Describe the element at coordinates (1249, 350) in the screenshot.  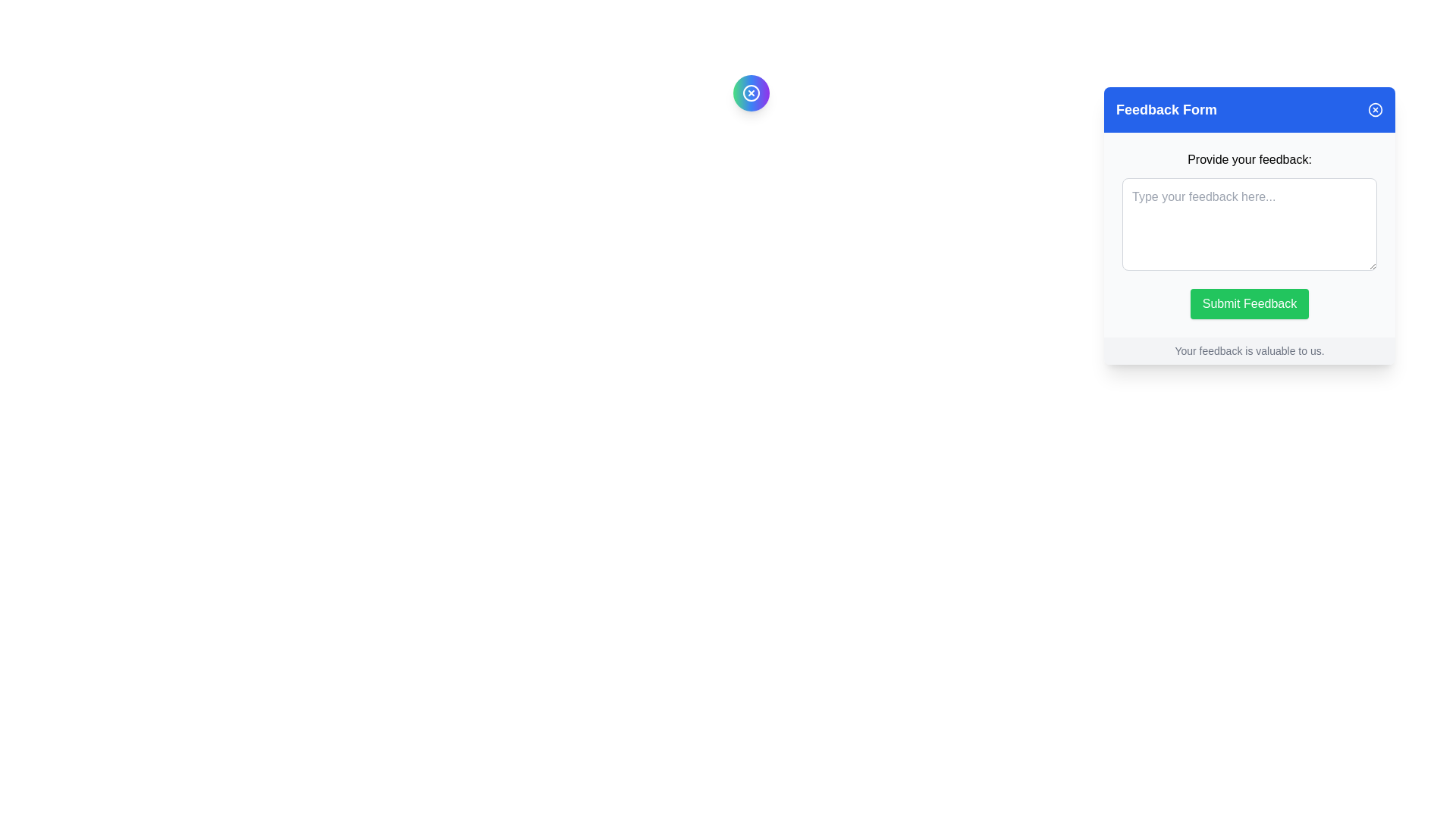
I see `the text label with the message 'Your feedback is valuable to us.' located at the bottom of the feedback form modal, directly below the green 'Submit Feedback' button` at that location.